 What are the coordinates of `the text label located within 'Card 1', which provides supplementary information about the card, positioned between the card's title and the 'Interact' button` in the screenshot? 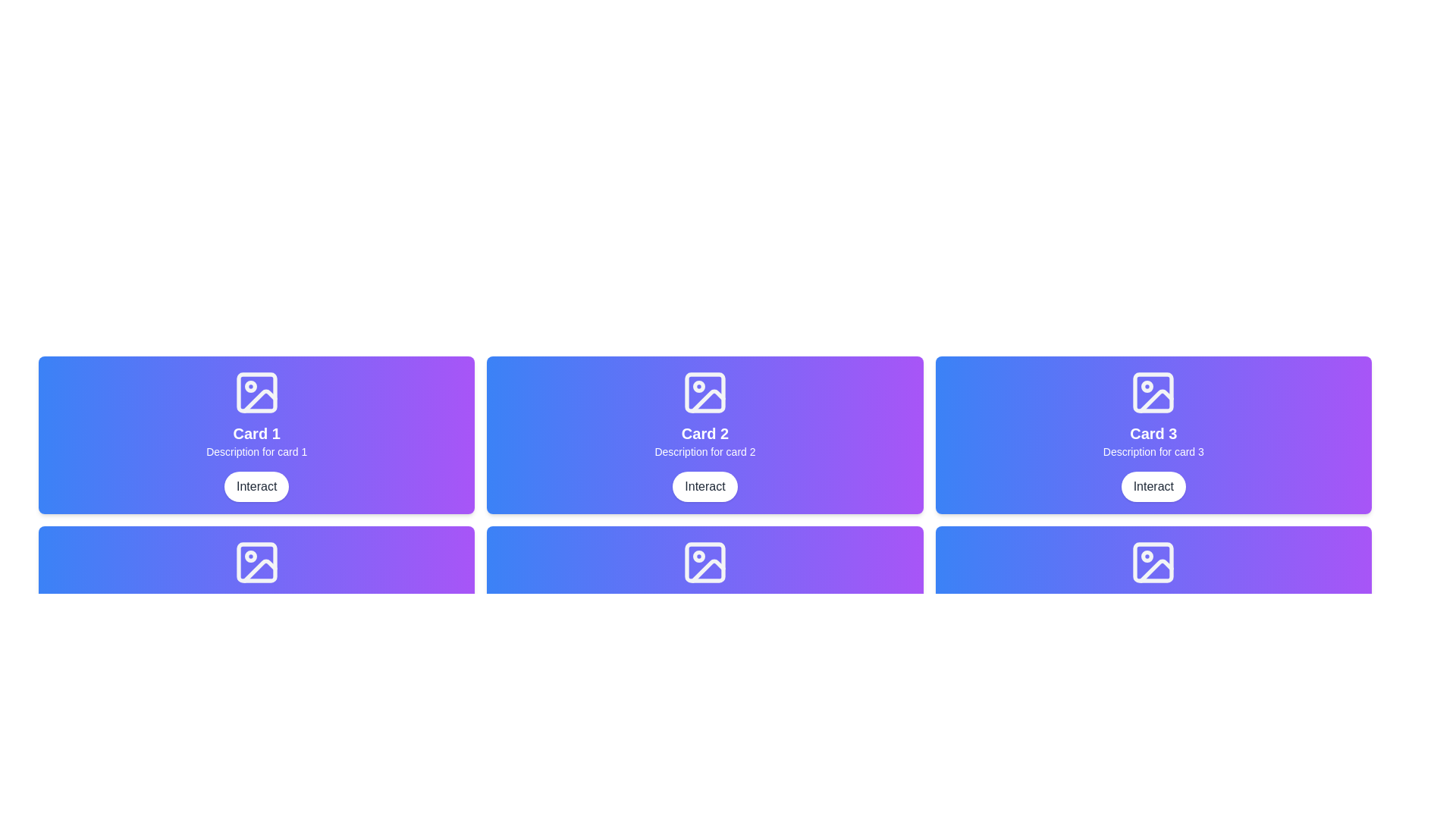 It's located at (256, 451).